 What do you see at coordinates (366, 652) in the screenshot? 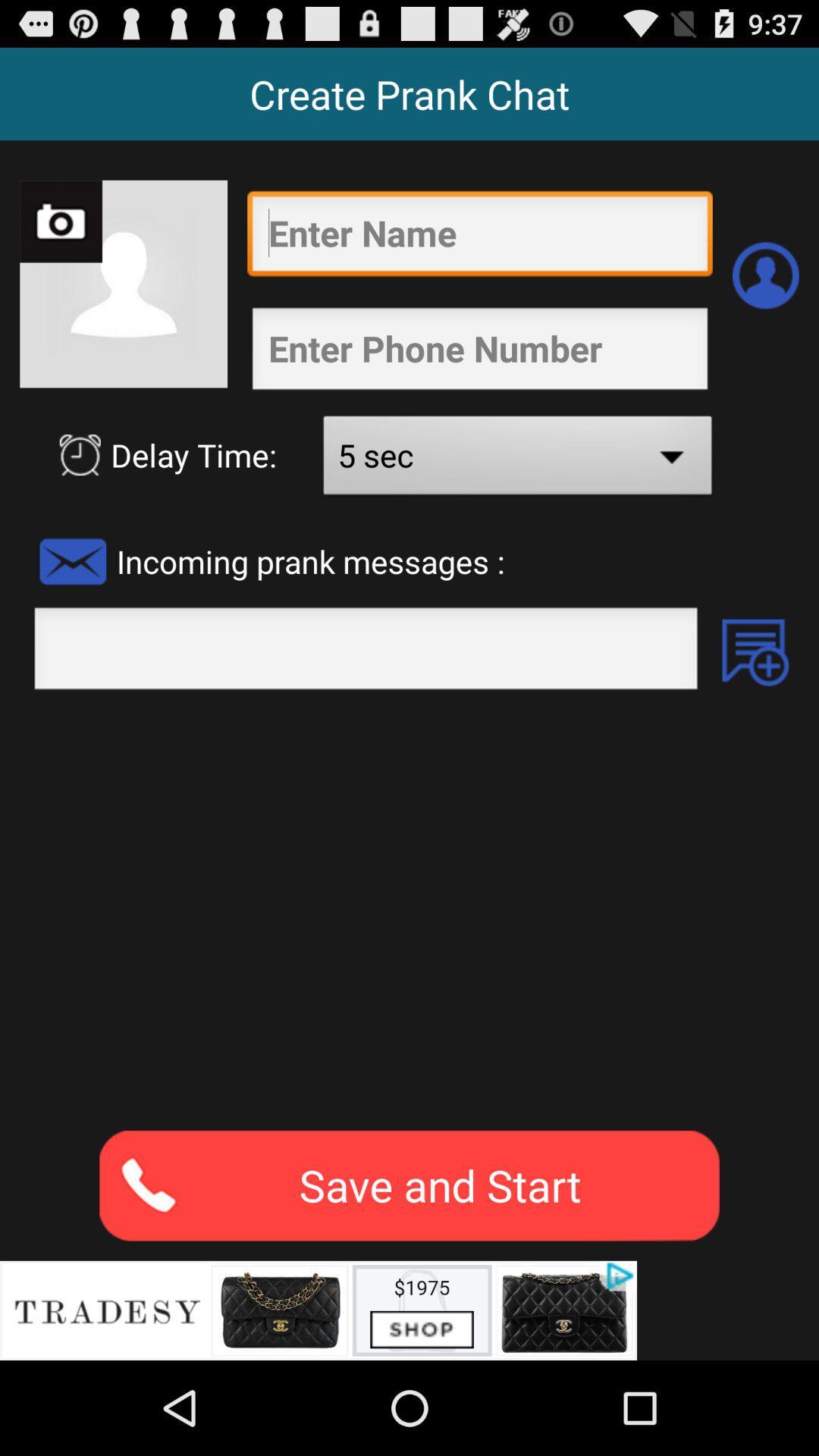
I see `message box` at bounding box center [366, 652].